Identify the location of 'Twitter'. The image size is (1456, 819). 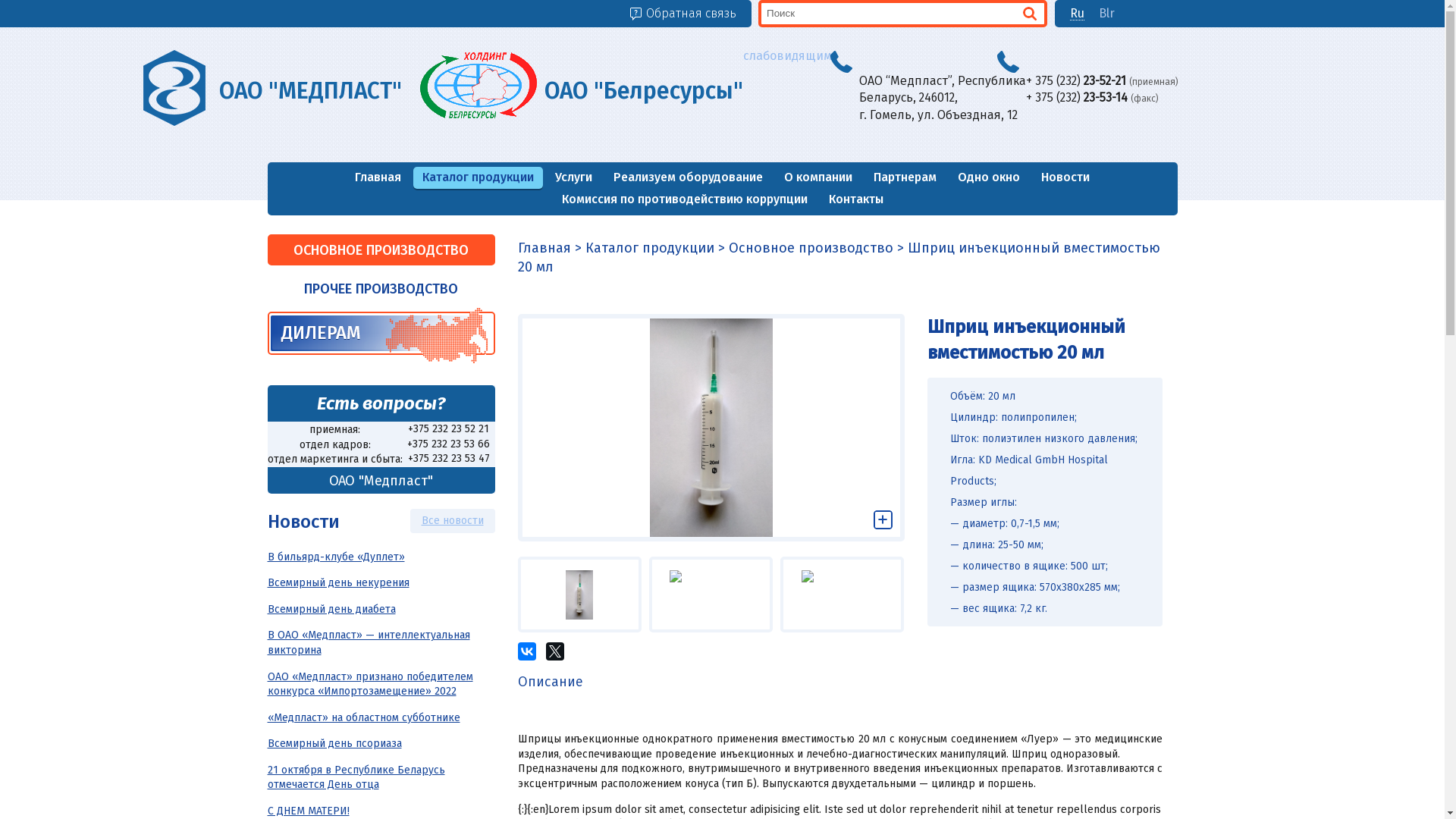
(554, 651).